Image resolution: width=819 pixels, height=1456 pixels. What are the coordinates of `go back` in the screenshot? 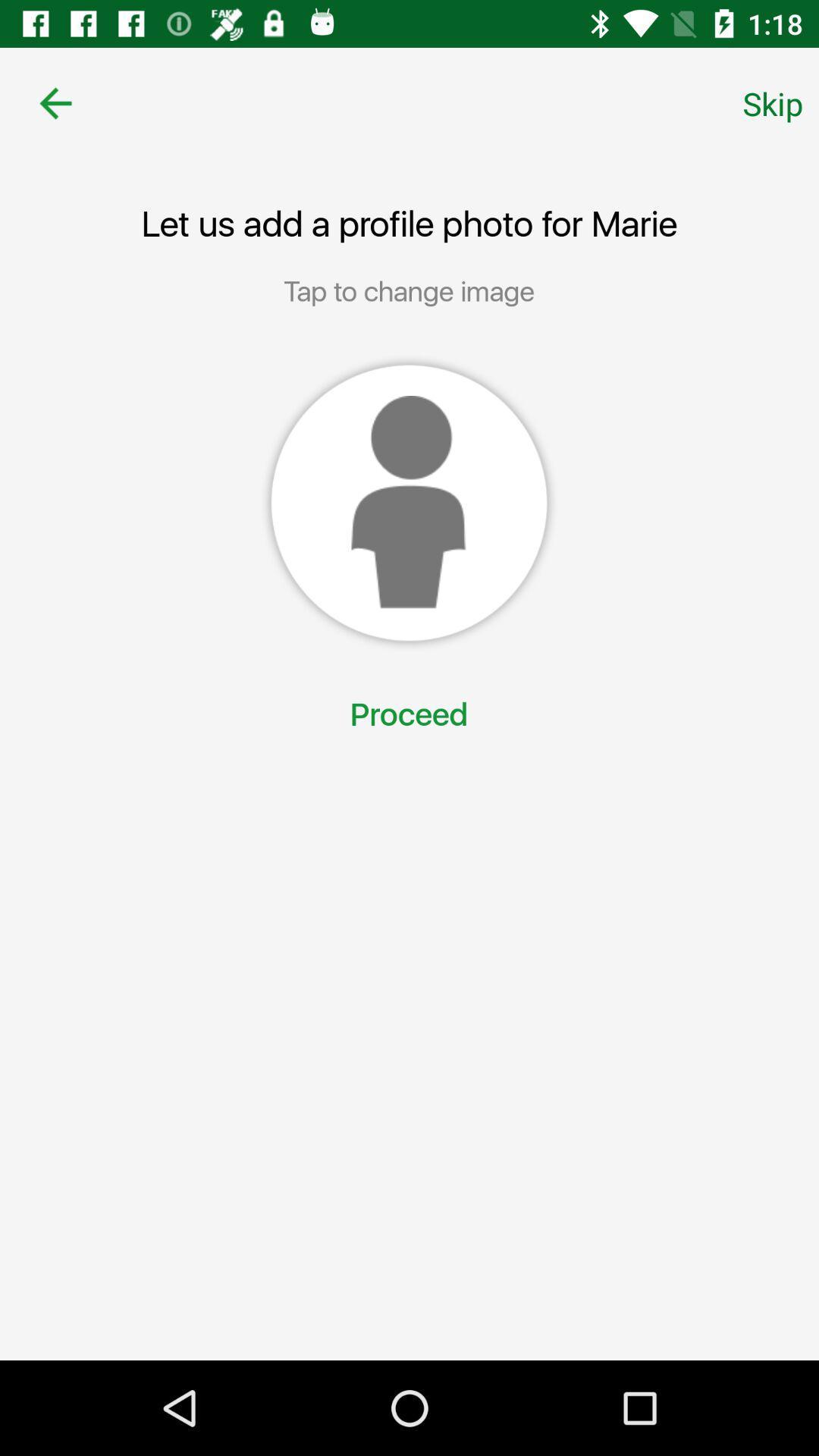 It's located at (55, 102).